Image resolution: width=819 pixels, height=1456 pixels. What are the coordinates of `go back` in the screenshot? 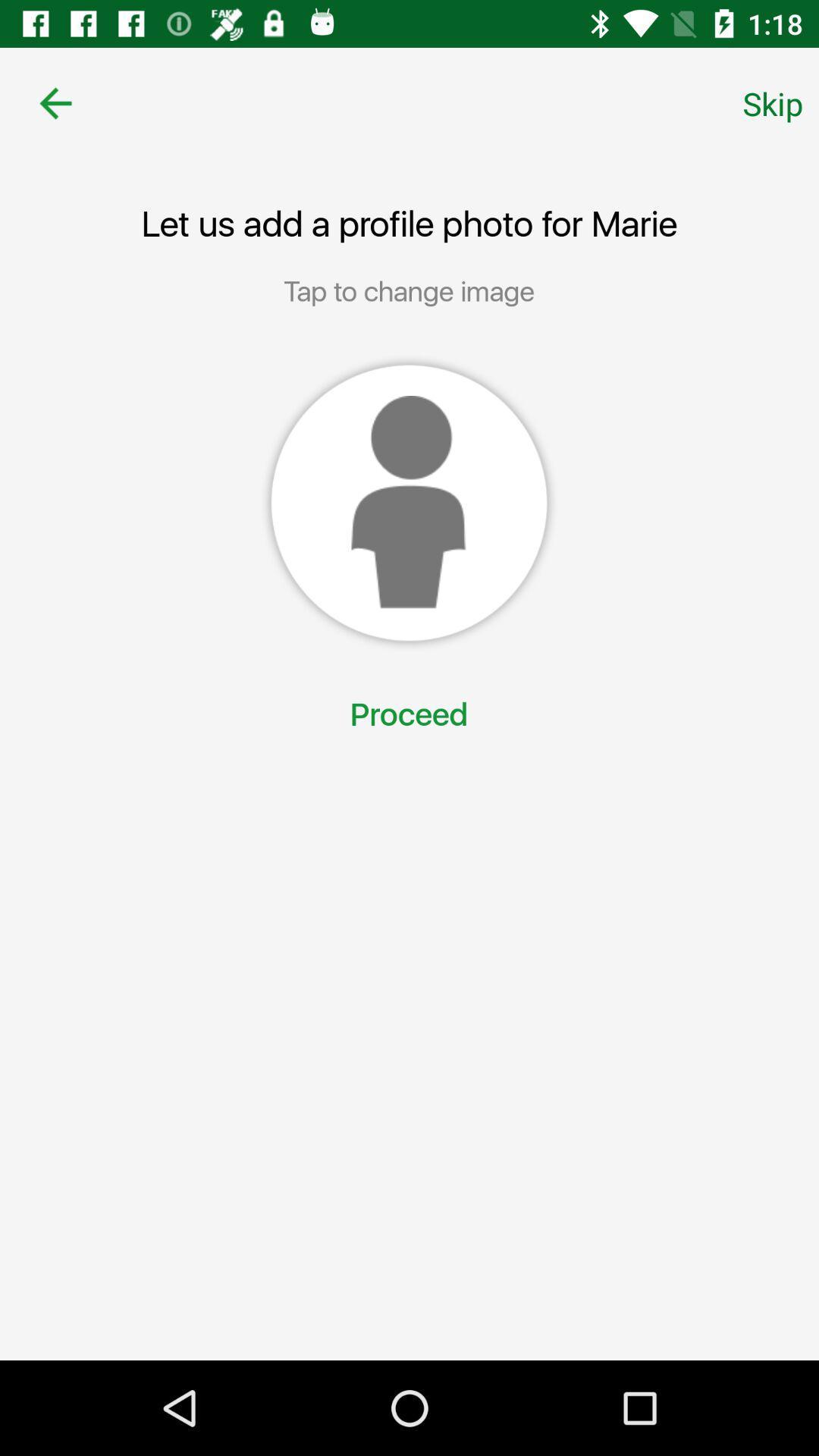 It's located at (55, 102).